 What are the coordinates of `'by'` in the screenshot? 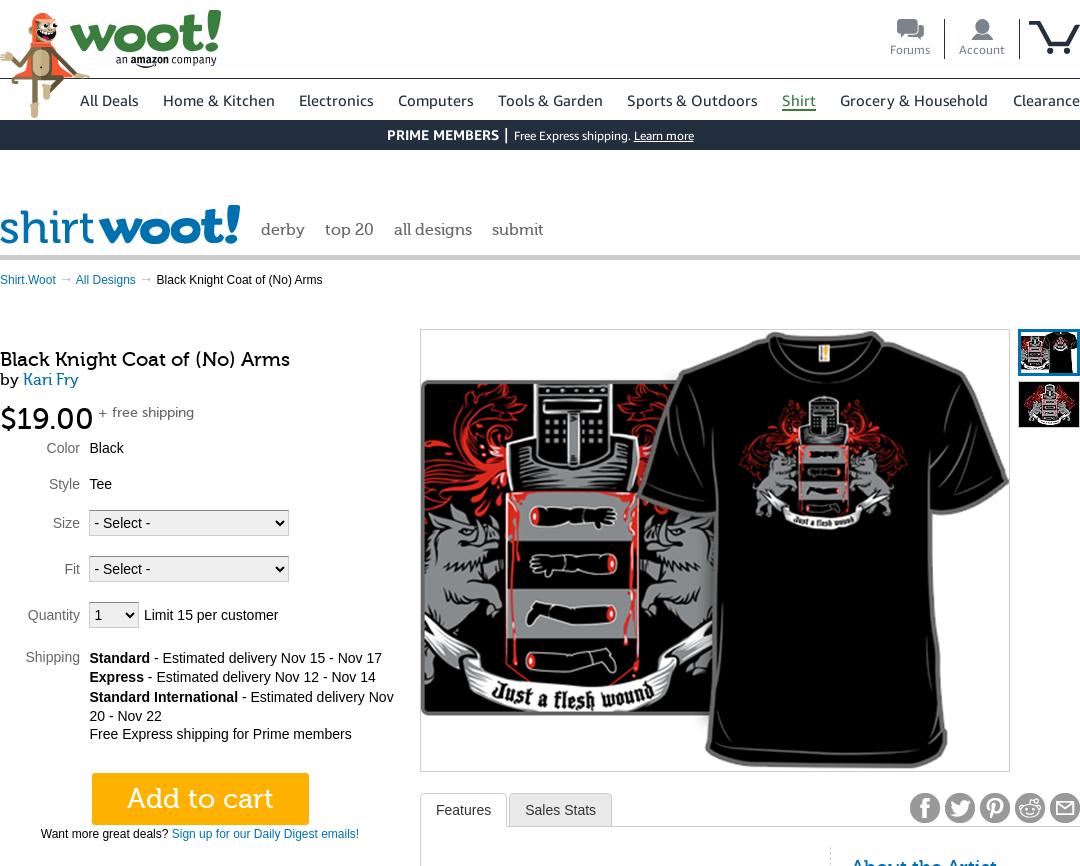 It's located at (11, 379).